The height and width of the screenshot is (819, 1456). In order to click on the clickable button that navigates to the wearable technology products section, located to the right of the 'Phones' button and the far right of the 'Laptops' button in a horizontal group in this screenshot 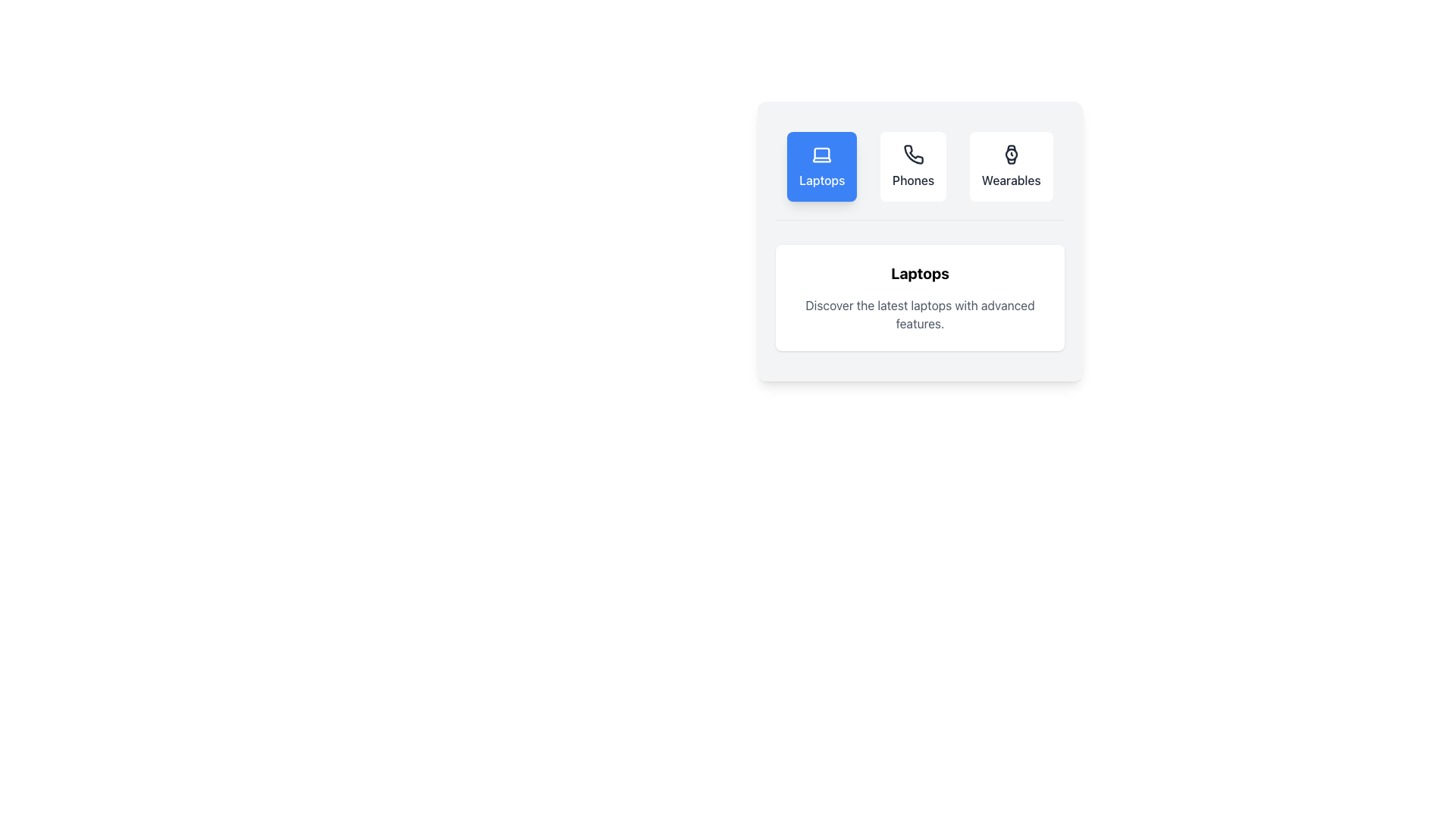, I will do `click(1011, 166)`.